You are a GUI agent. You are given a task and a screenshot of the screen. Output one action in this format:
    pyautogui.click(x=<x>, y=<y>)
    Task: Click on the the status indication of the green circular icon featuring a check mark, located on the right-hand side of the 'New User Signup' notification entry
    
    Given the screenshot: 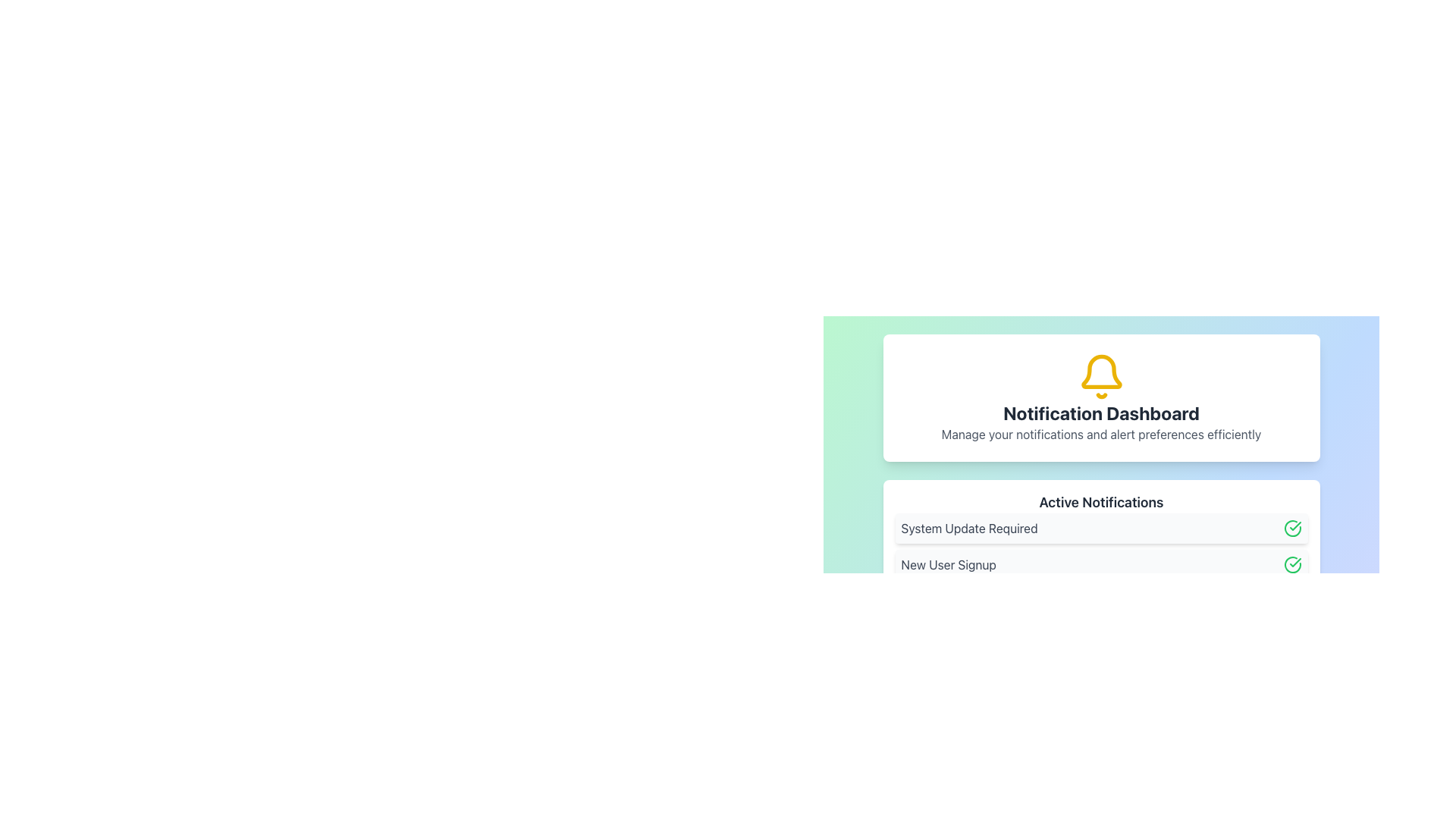 What is the action you would take?
    pyautogui.click(x=1291, y=564)
    